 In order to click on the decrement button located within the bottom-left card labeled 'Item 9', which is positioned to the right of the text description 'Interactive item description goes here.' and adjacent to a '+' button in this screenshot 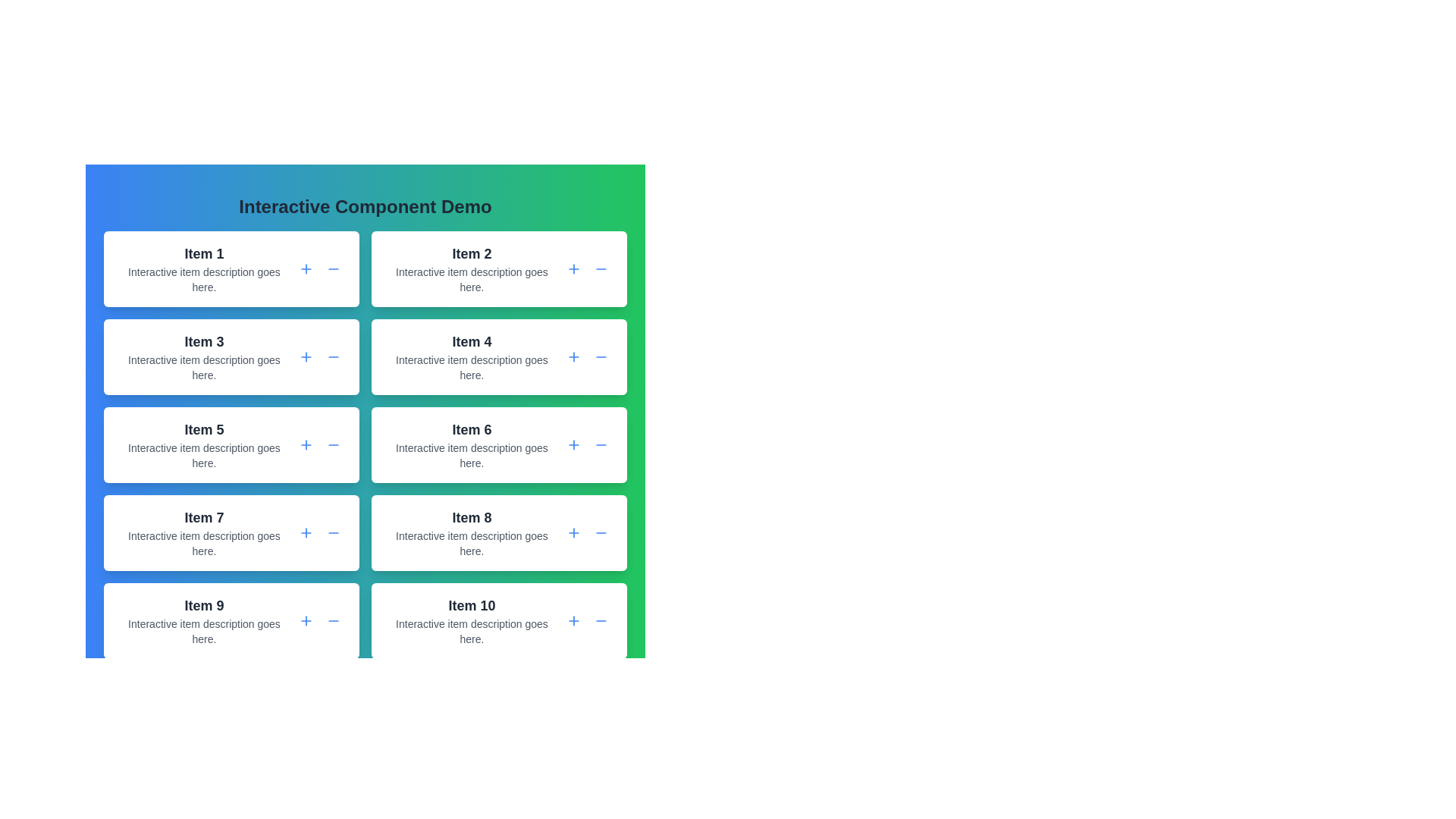, I will do `click(333, 620)`.